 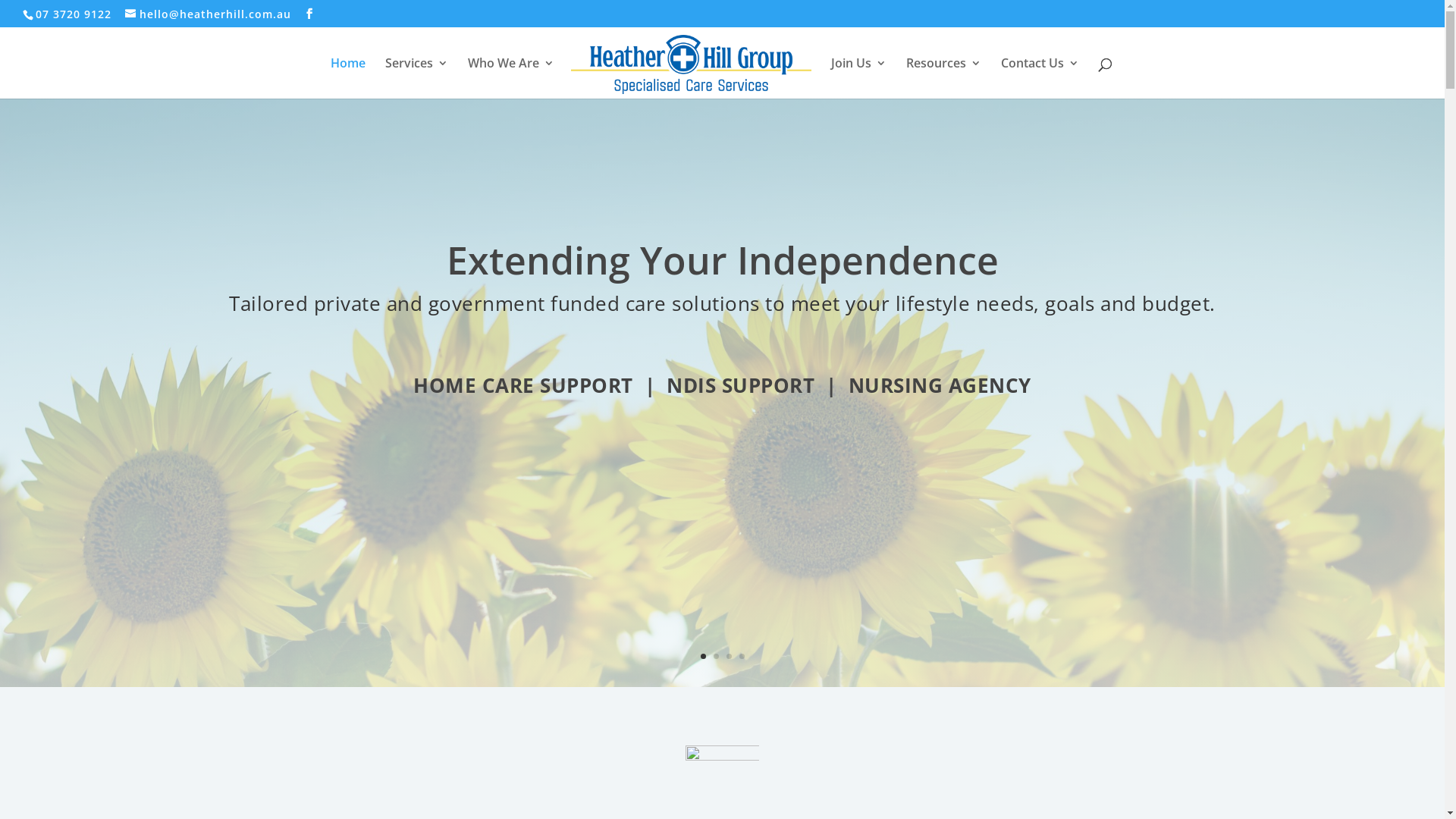 What do you see at coordinates (741, 655) in the screenshot?
I see `'4'` at bounding box center [741, 655].